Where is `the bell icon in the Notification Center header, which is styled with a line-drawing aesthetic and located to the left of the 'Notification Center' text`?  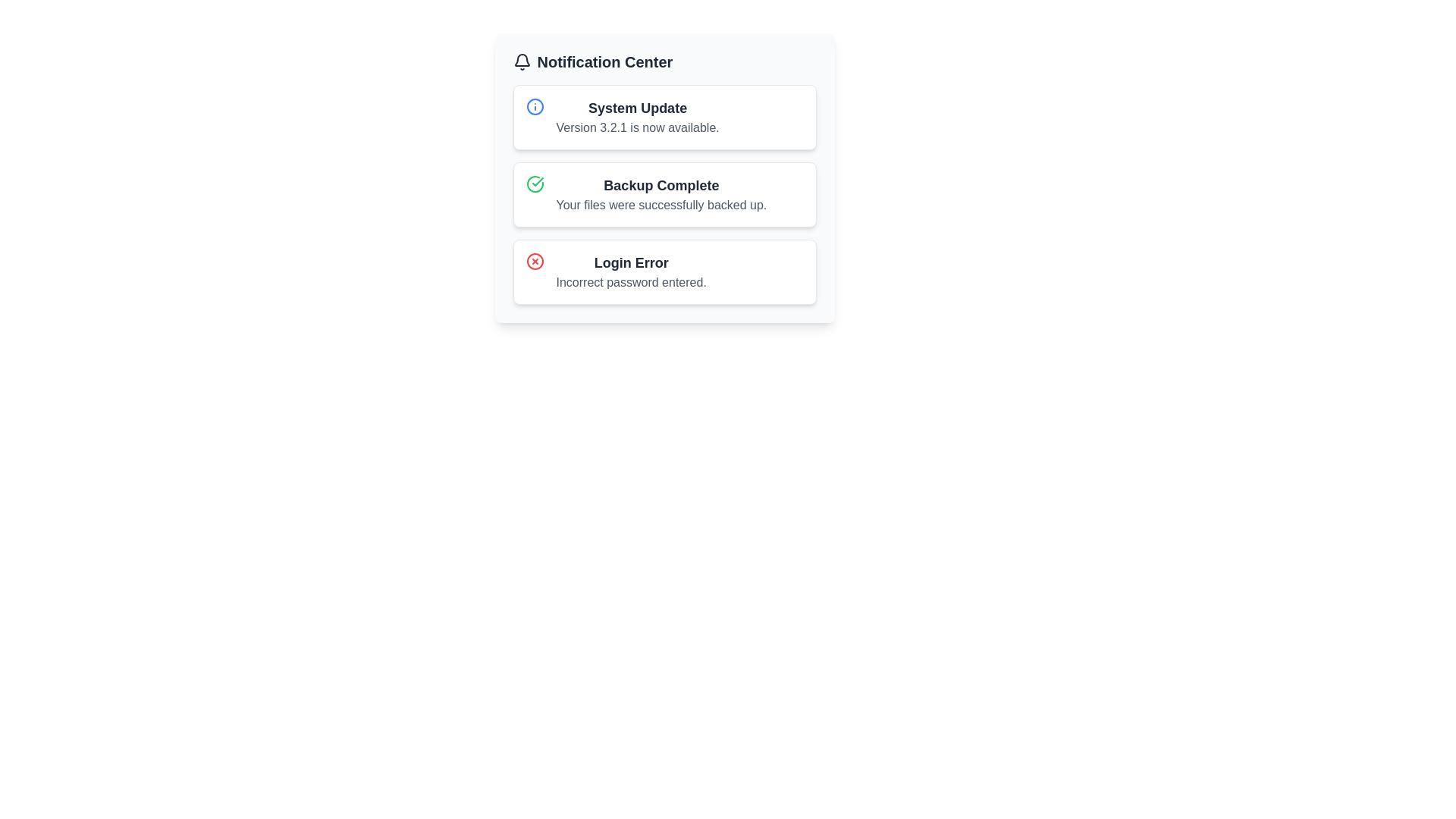
the bell icon in the Notification Center header, which is styled with a line-drawing aesthetic and located to the left of the 'Notification Center' text is located at coordinates (522, 61).